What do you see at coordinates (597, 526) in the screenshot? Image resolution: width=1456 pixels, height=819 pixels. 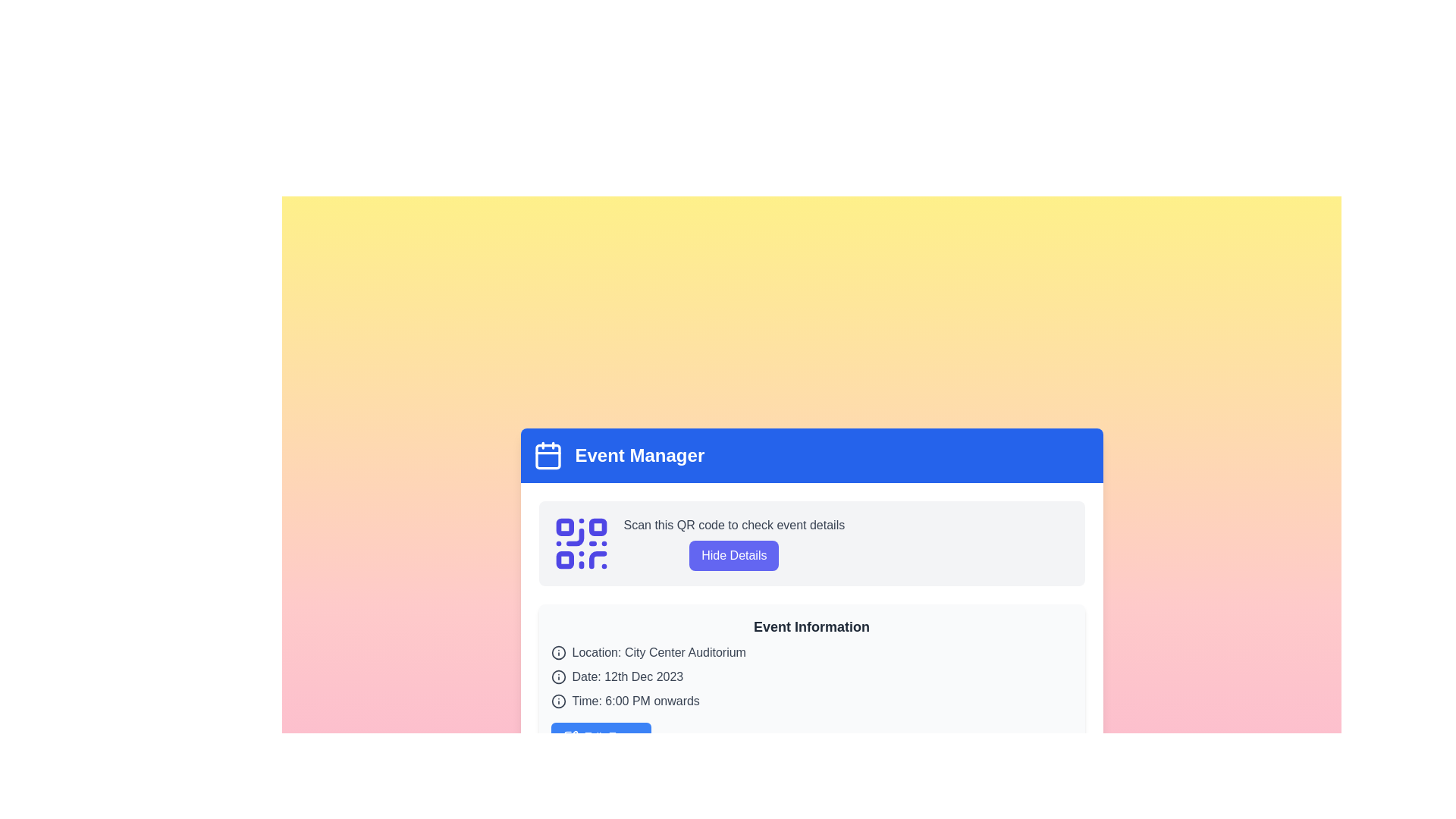 I see `the decorative square with rounded corners that is part of the QR code icon, located near the top right corner, specifically the second small square among the three visible squares` at bounding box center [597, 526].